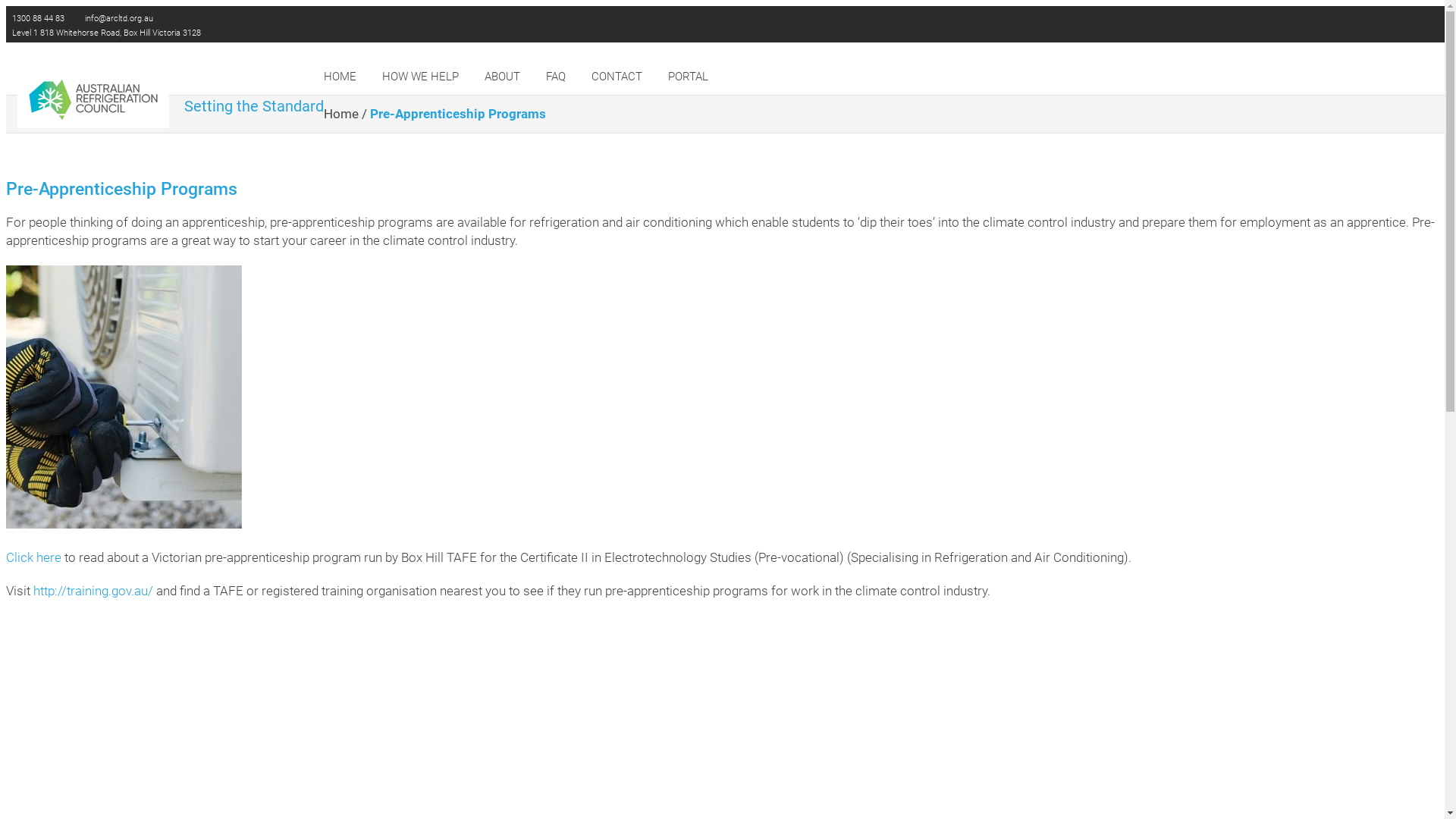  What do you see at coordinates (93, 590) in the screenshot?
I see `'http://training.gov.au/'` at bounding box center [93, 590].